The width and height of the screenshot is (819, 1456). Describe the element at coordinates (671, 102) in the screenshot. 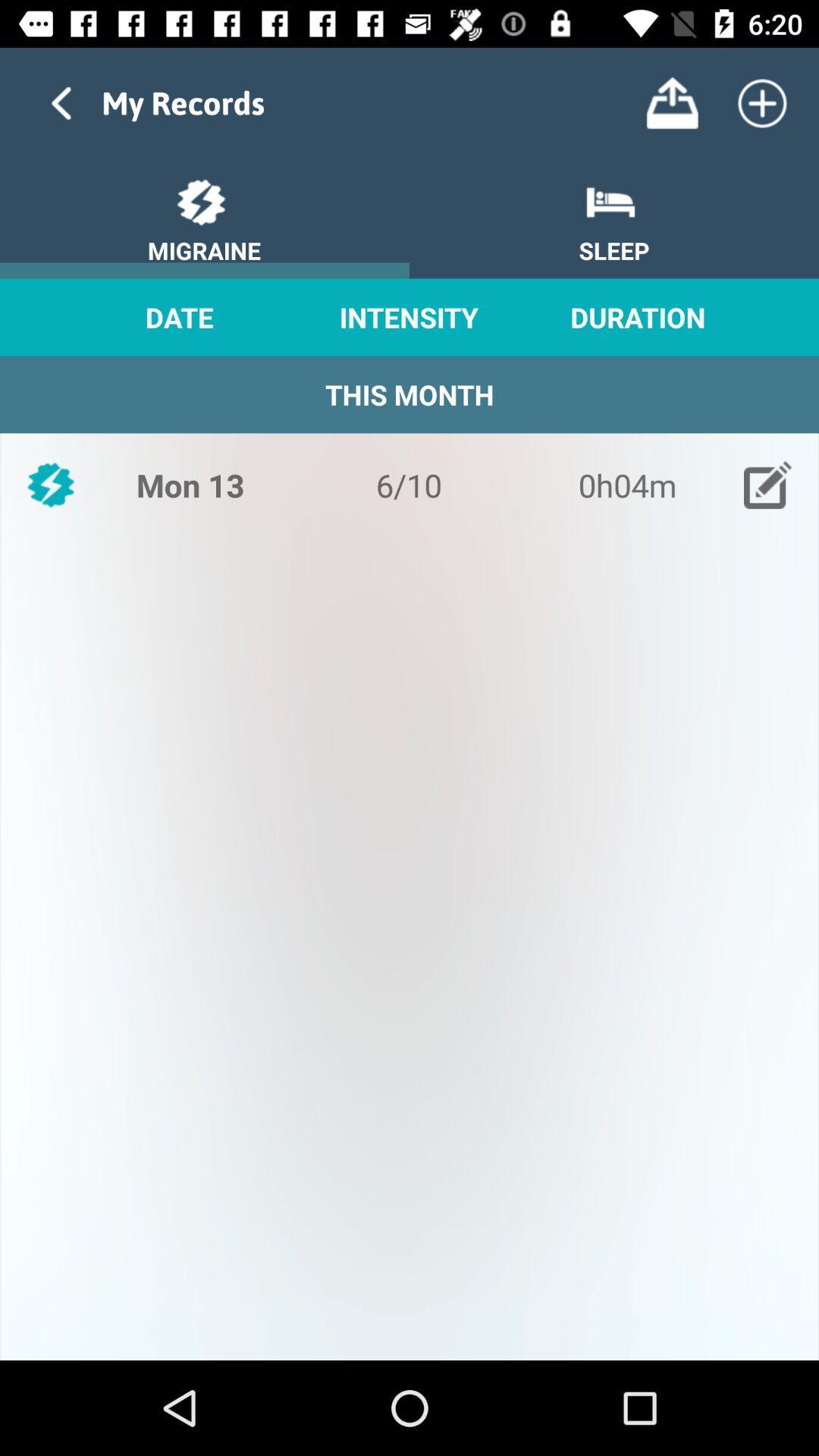

I see `upload item` at that location.